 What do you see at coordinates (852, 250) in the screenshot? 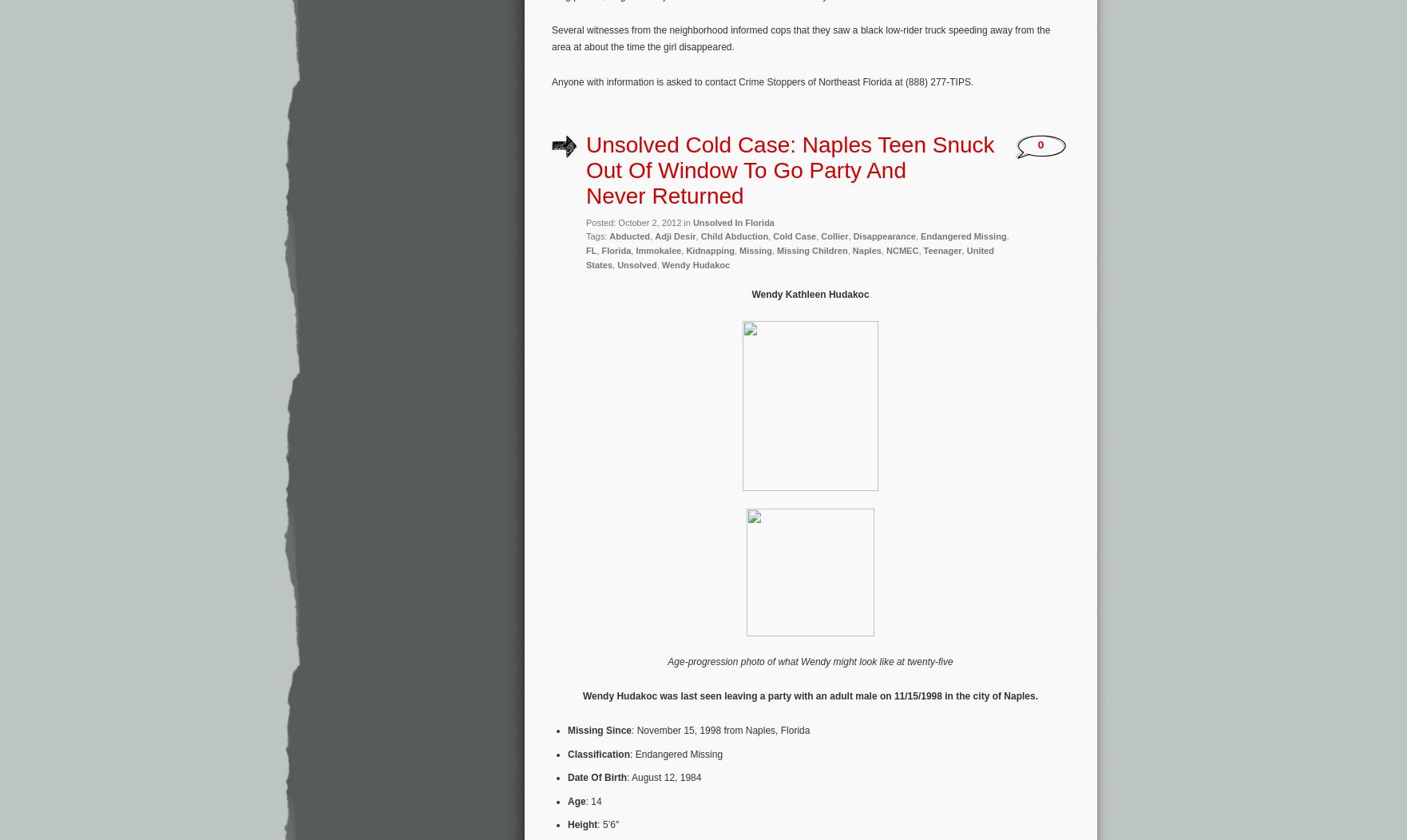
I see `'Naples'` at bounding box center [852, 250].